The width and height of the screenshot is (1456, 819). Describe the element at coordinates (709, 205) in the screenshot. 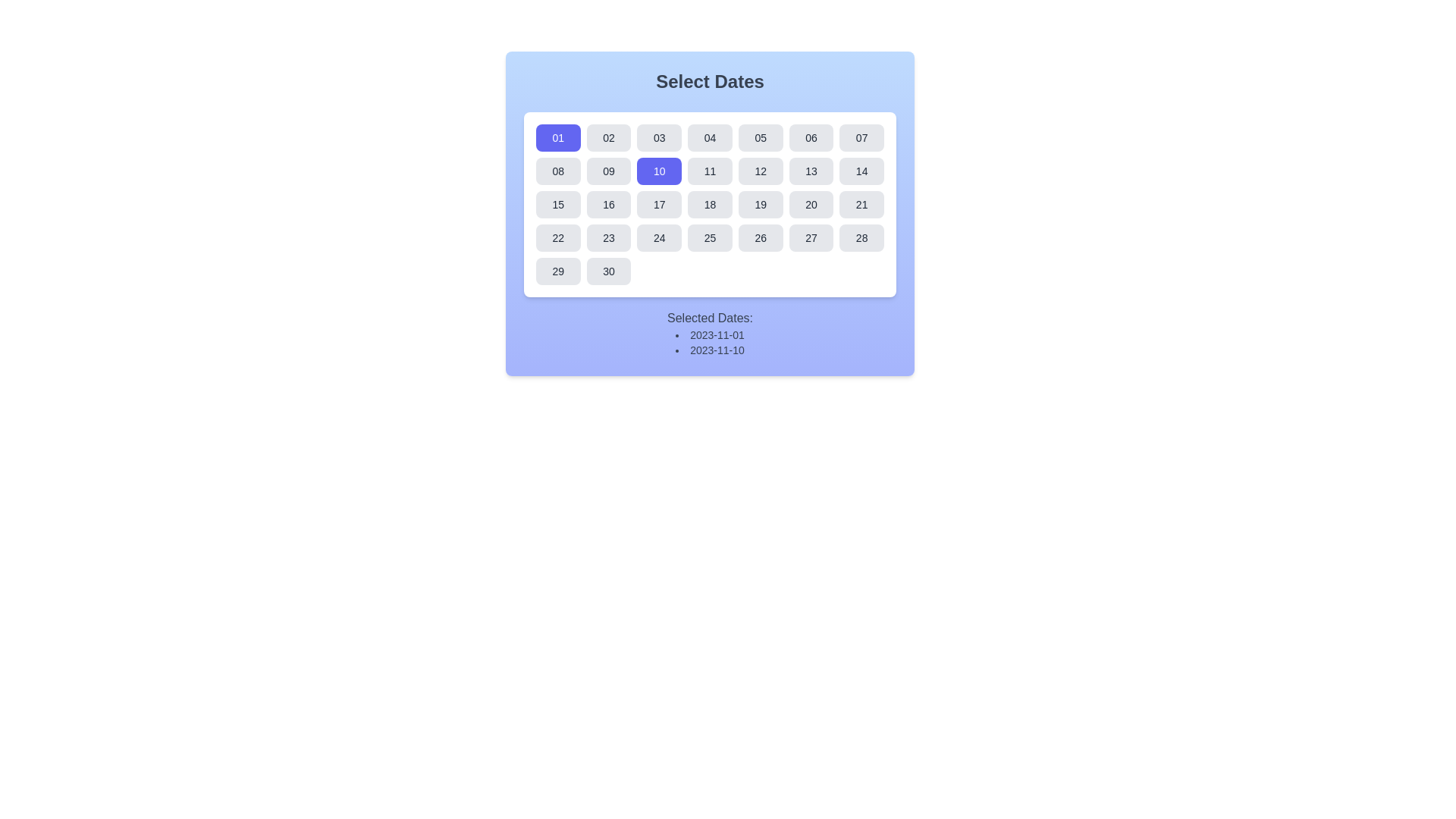

I see `the individual day box in the interactive grid/calendar component located beneath the heading 'Select Dates'` at that location.